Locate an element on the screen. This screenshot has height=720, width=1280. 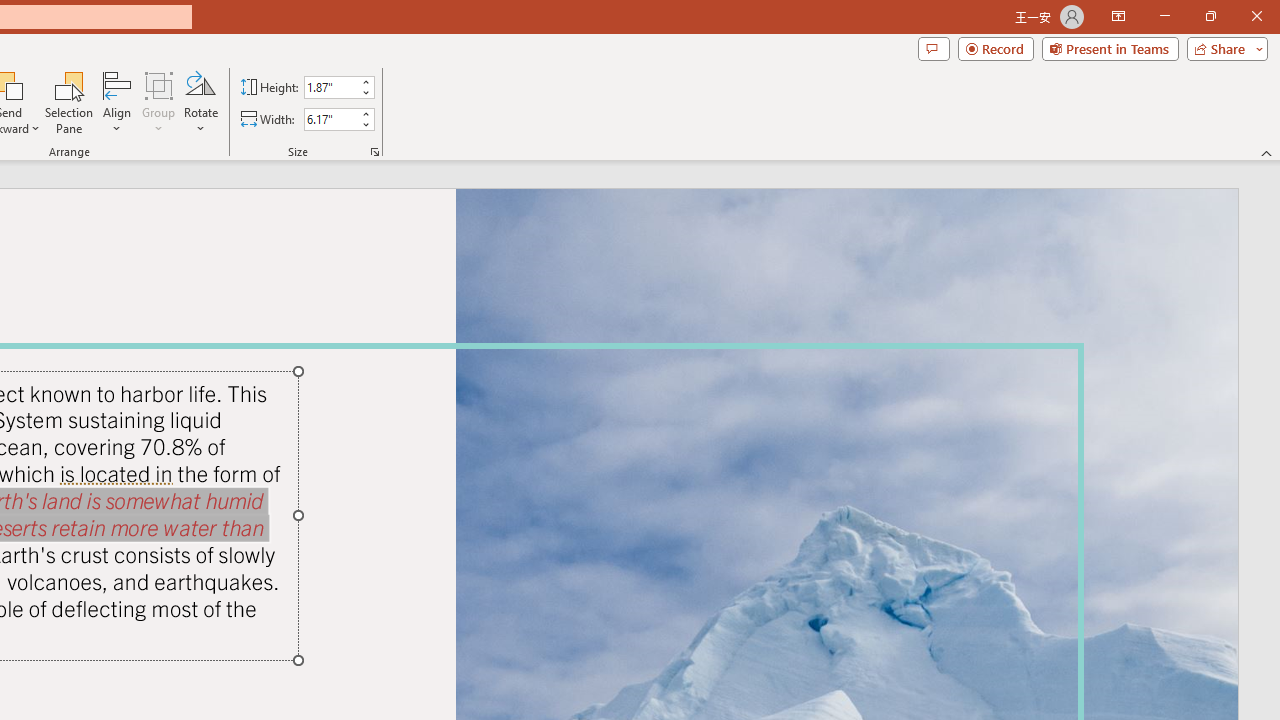
'Restore Down' is located at coordinates (1209, 16).